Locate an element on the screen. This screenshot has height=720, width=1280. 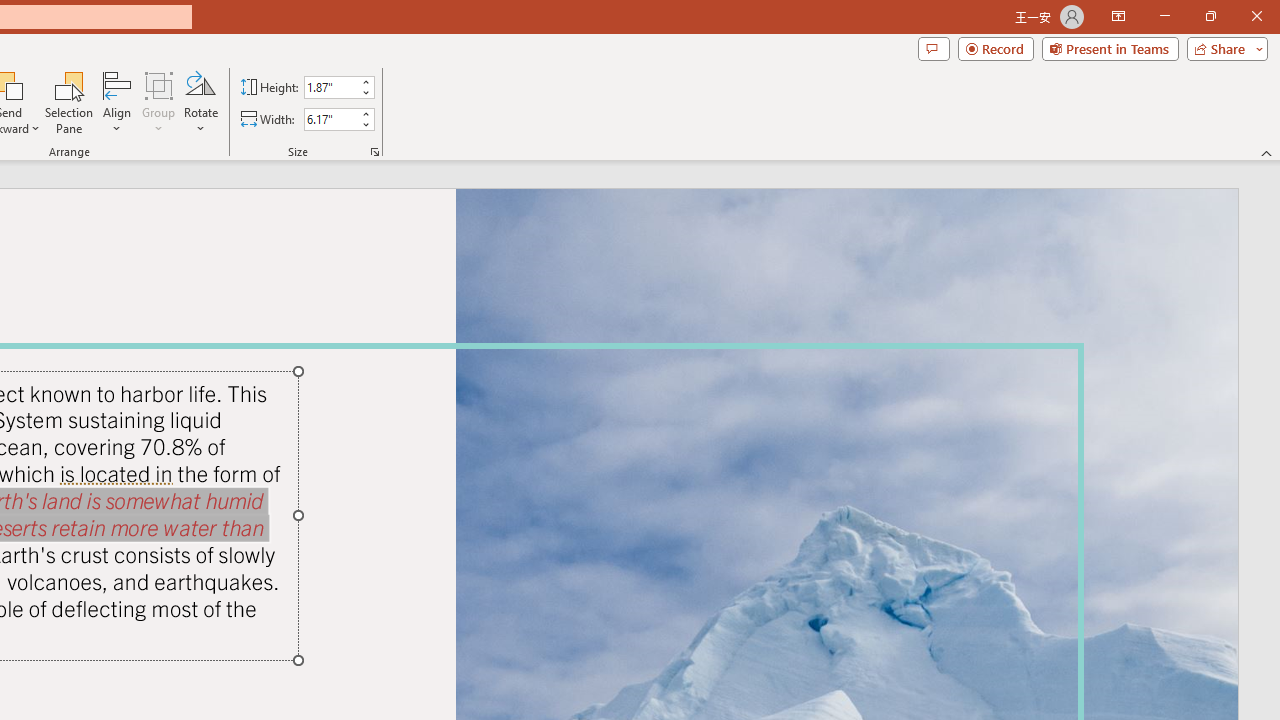
'Restore Down' is located at coordinates (1209, 16).